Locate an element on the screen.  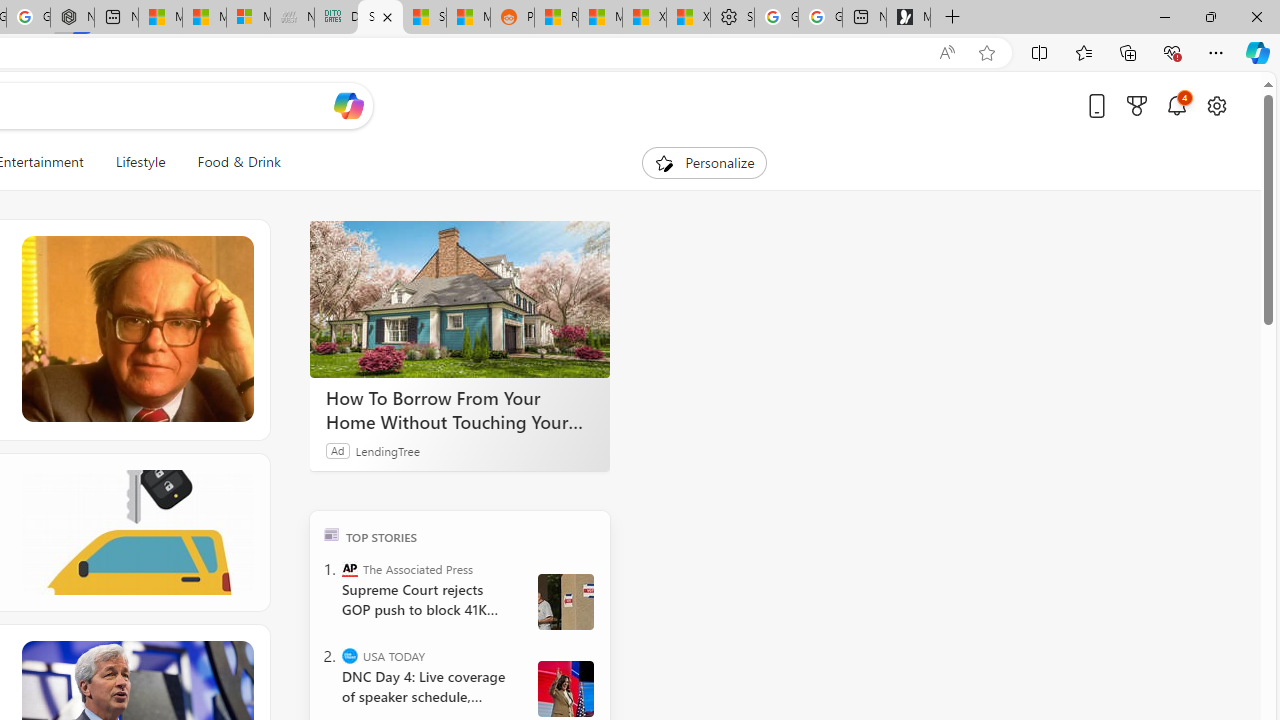
'Open settings' is located at coordinates (1215, 105).